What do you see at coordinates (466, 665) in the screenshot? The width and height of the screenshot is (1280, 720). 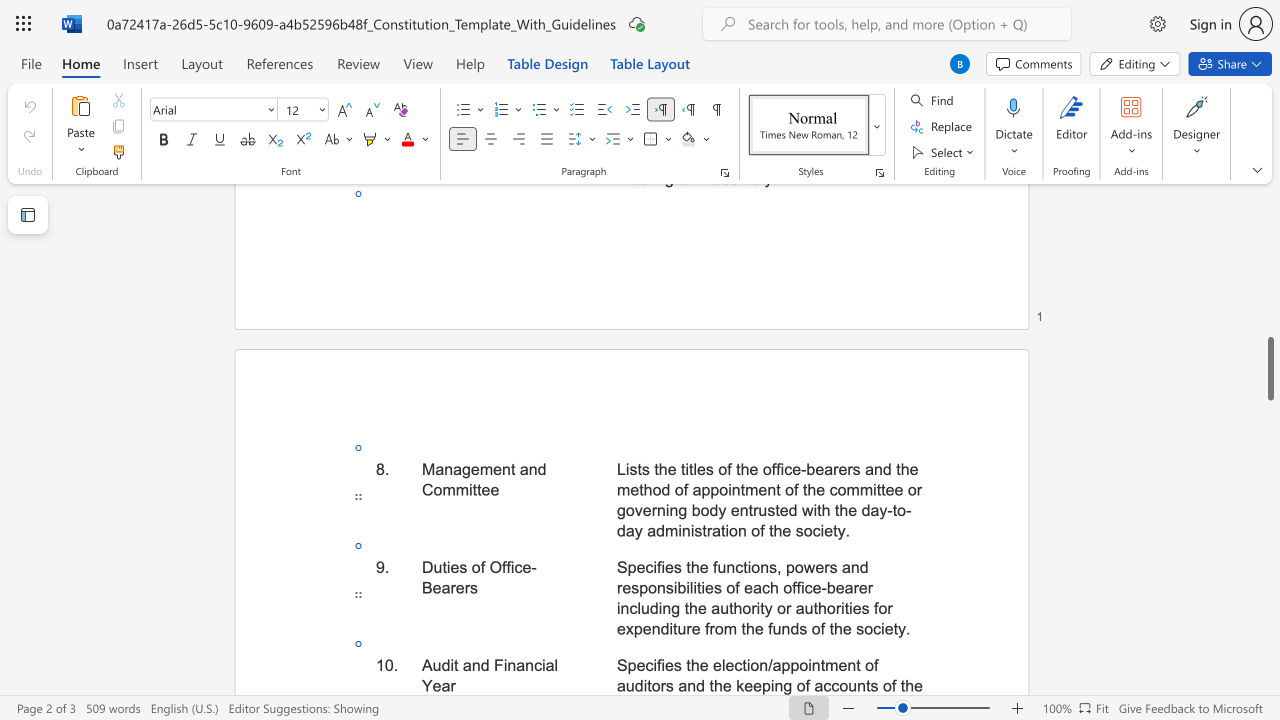 I see `the 1th character "a" in the text` at bounding box center [466, 665].